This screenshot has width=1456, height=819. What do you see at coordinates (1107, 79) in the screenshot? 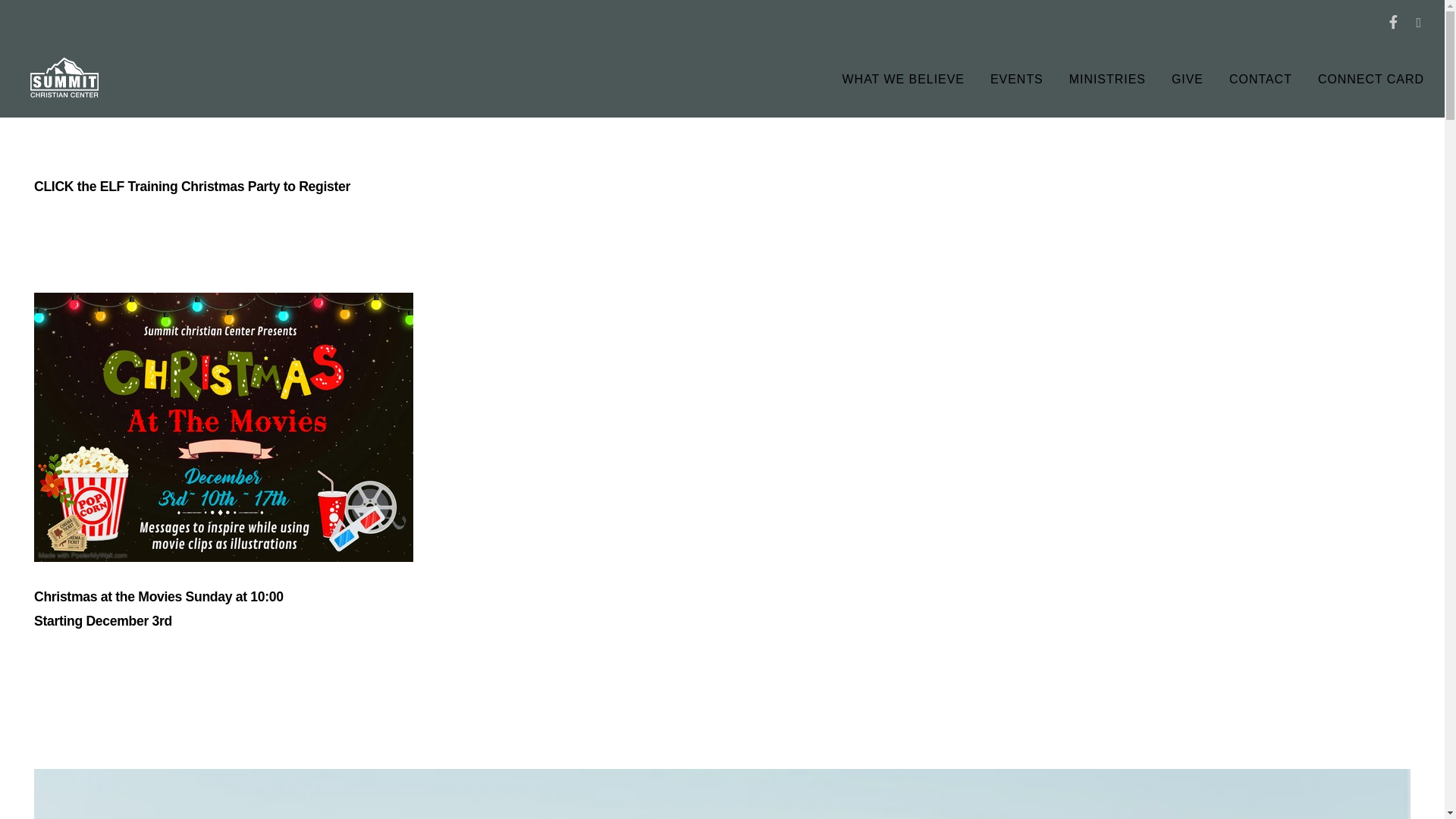
I see `'MINISTRIES'` at bounding box center [1107, 79].